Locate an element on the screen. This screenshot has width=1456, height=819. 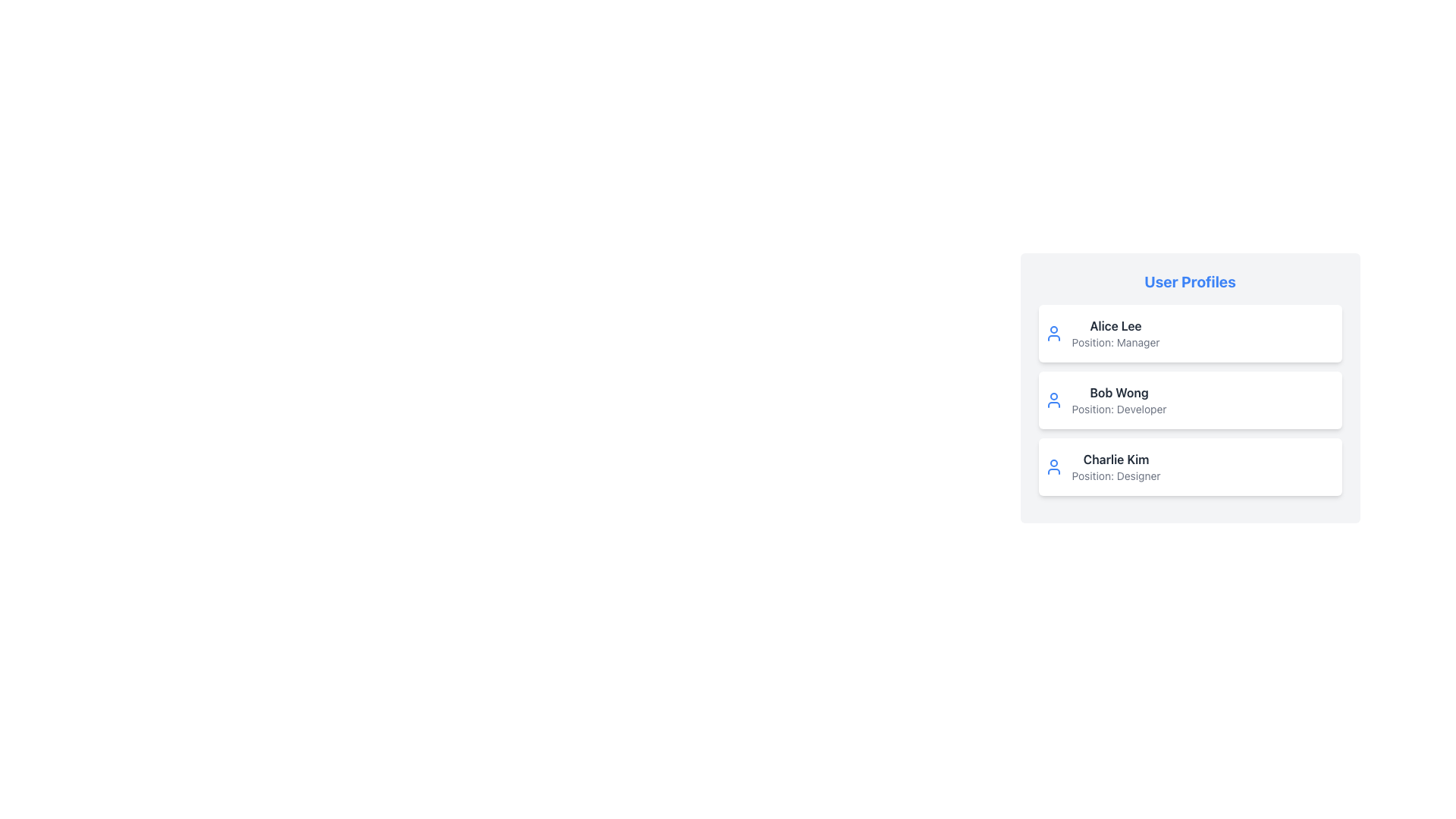
the name label of the user profile indicating 'Charlie Kim', which is positioned above the text 'Position: Designer' in the third listed profile in the 'User Profiles' section is located at coordinates (1116, 458).